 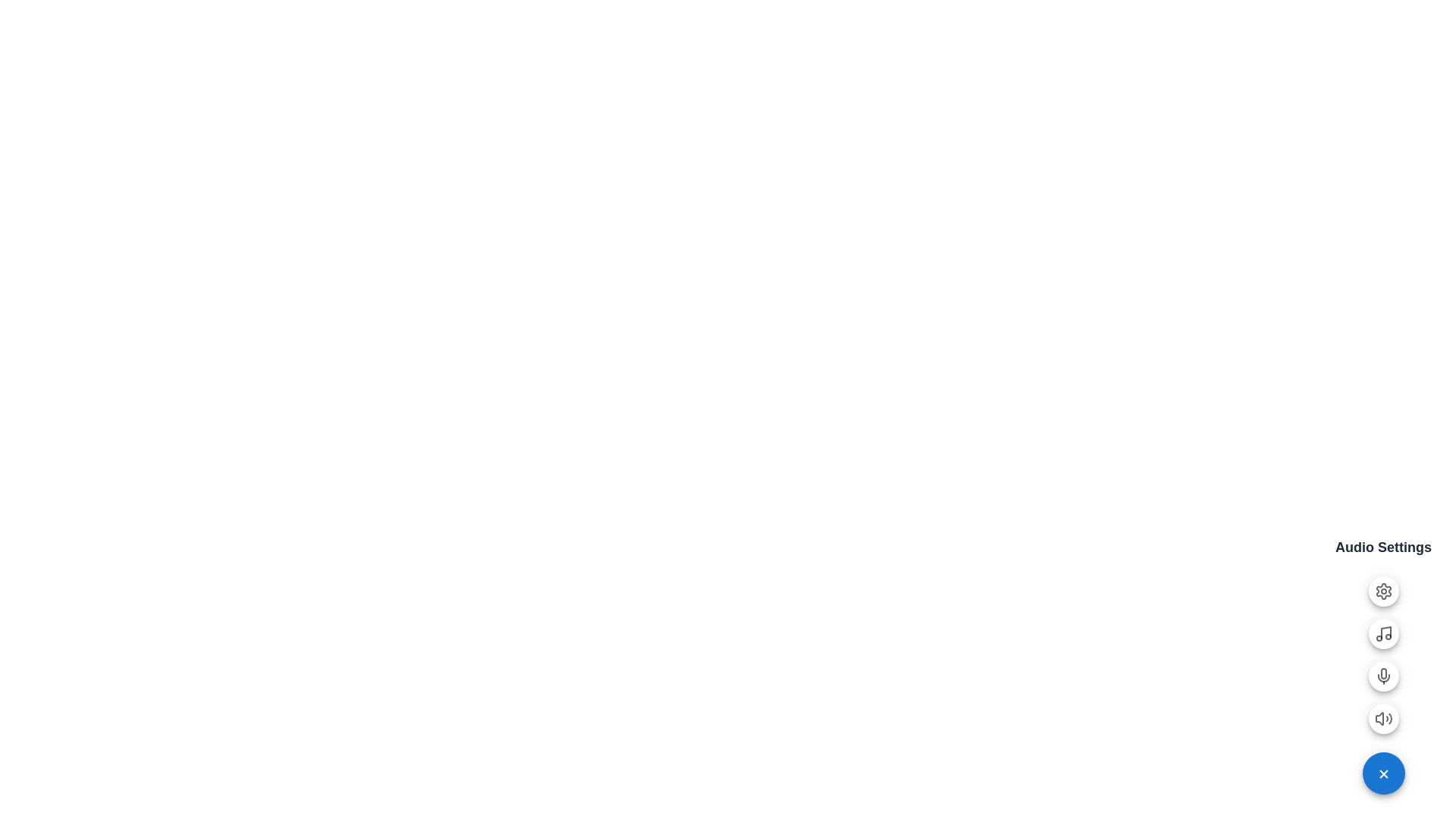 What do you see at coordinates (1383, 675) in the screenshot?
I see `the microphone icon button in the 'Audio Settings' floating action menu` at bounding box center [1383, 675].